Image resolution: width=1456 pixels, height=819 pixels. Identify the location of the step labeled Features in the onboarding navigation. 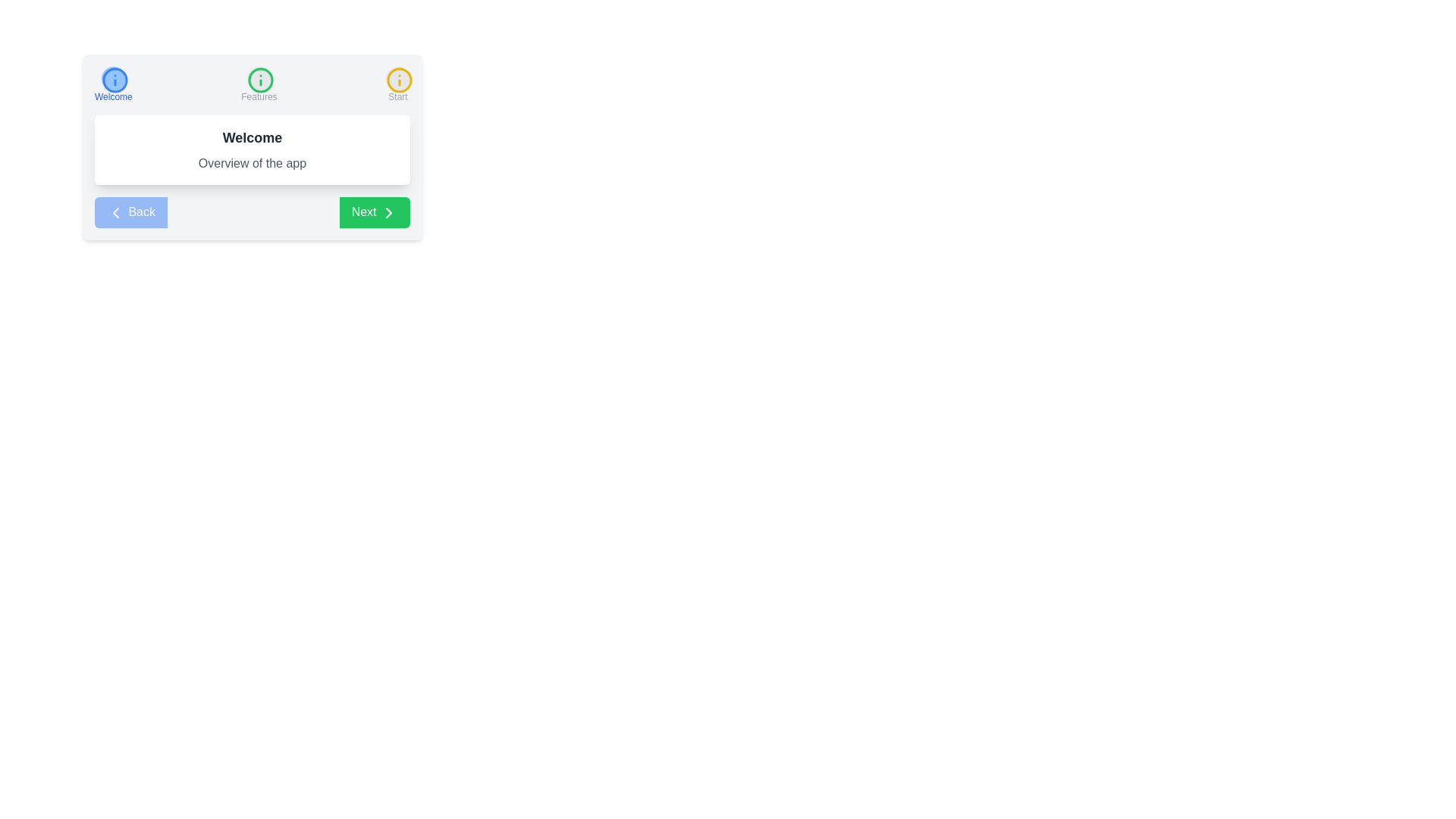
(259, 84).